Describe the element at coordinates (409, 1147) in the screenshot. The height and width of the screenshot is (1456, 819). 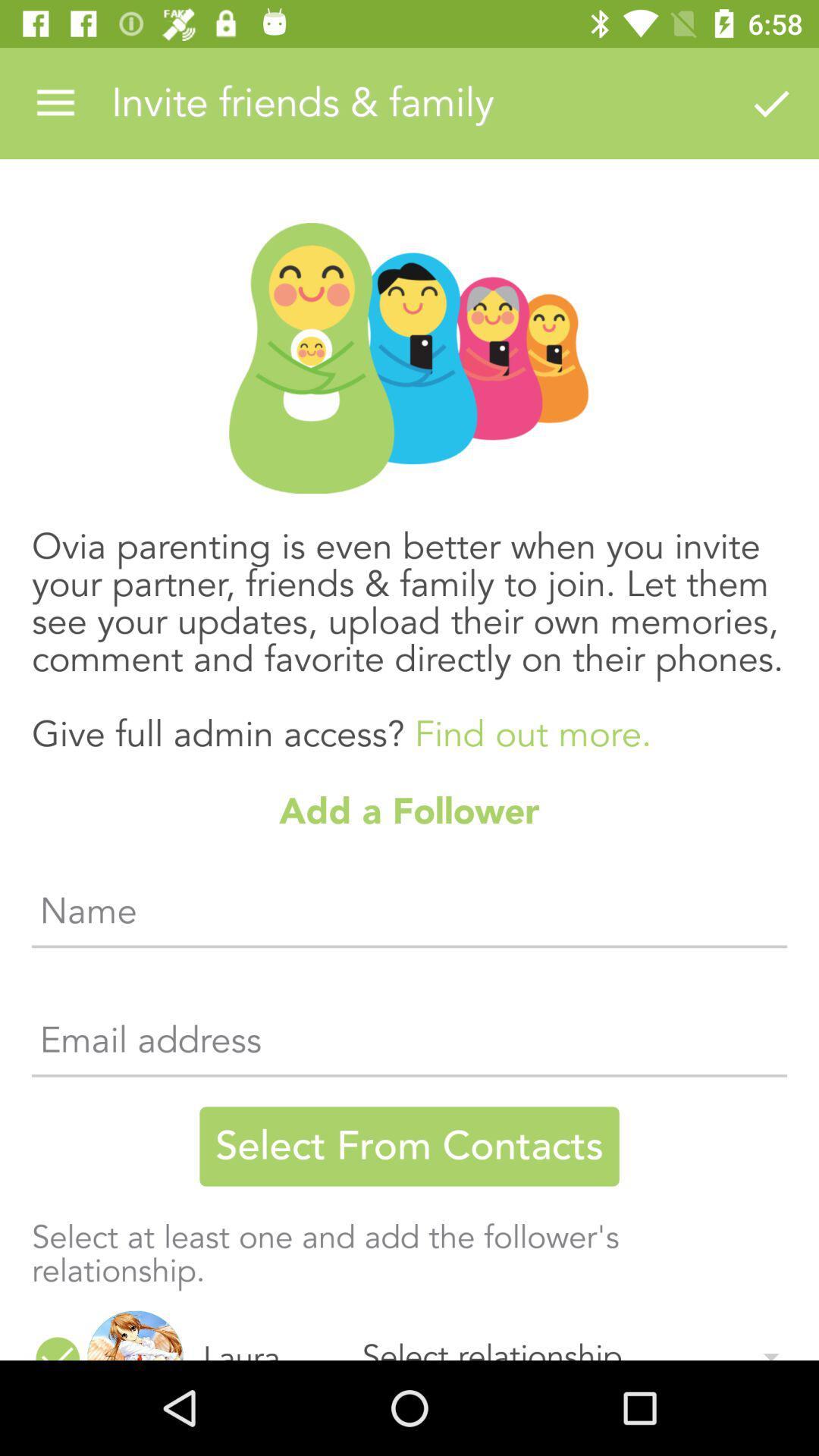
I see `icon above select at least icon` at that location.